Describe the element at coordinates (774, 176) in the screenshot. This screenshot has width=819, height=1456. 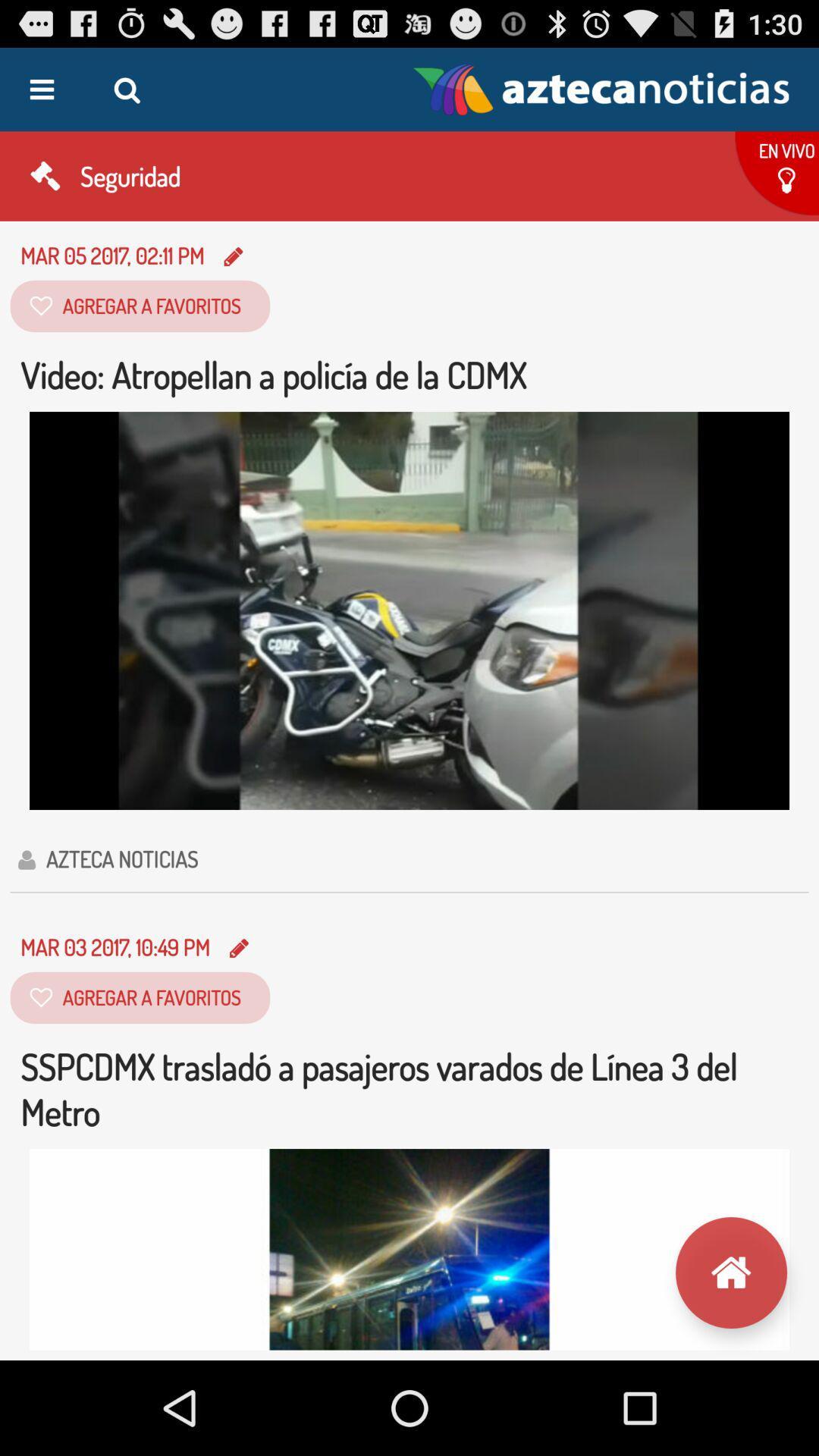
I see `the button below the logo on the web page` at that location.